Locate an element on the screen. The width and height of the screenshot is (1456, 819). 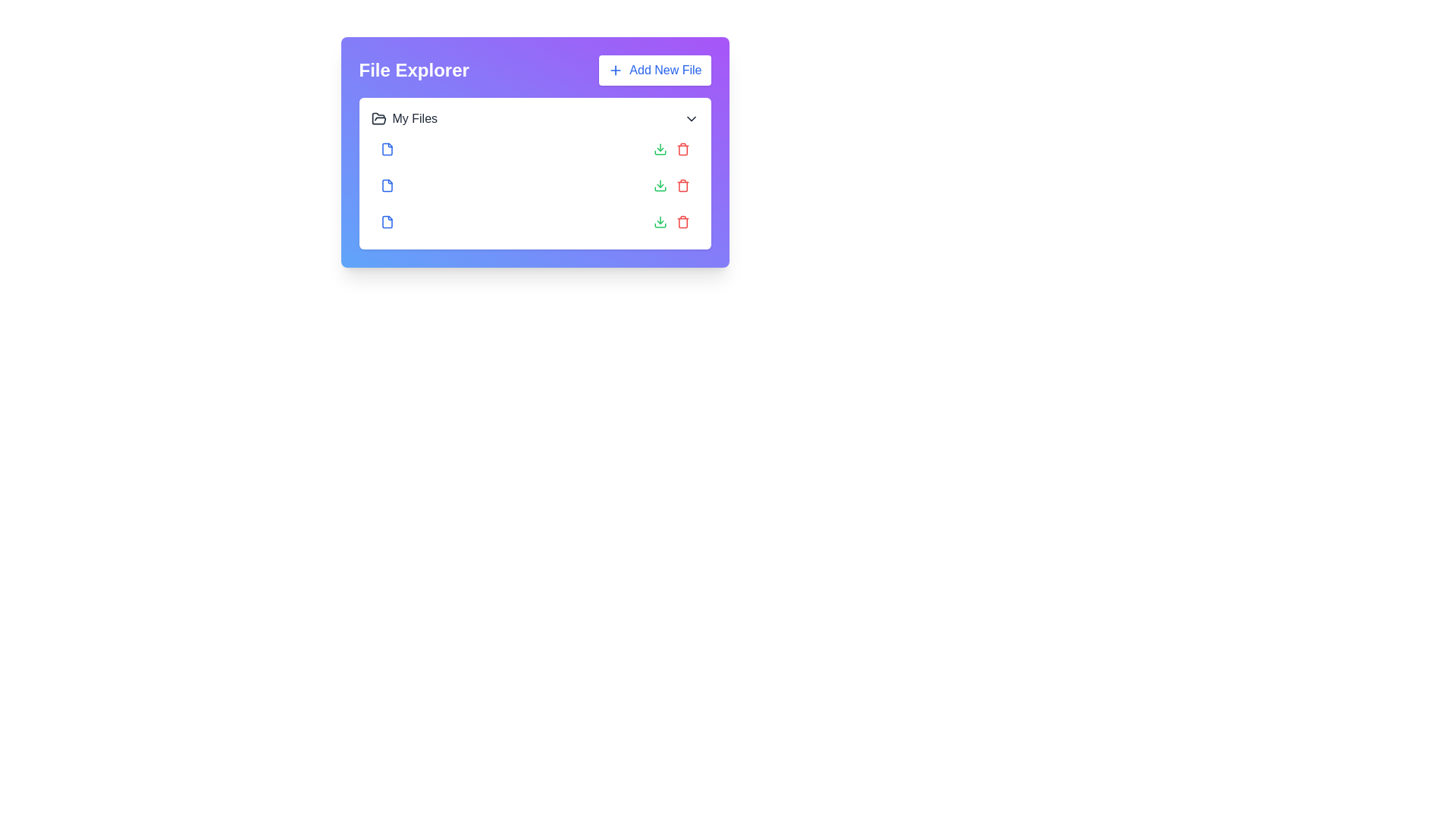
the 'My Files' labeled interactive folder, which features an open folder icon and is the first item in the vertical list within the file explorer interface is located at coordinates (404, 118).